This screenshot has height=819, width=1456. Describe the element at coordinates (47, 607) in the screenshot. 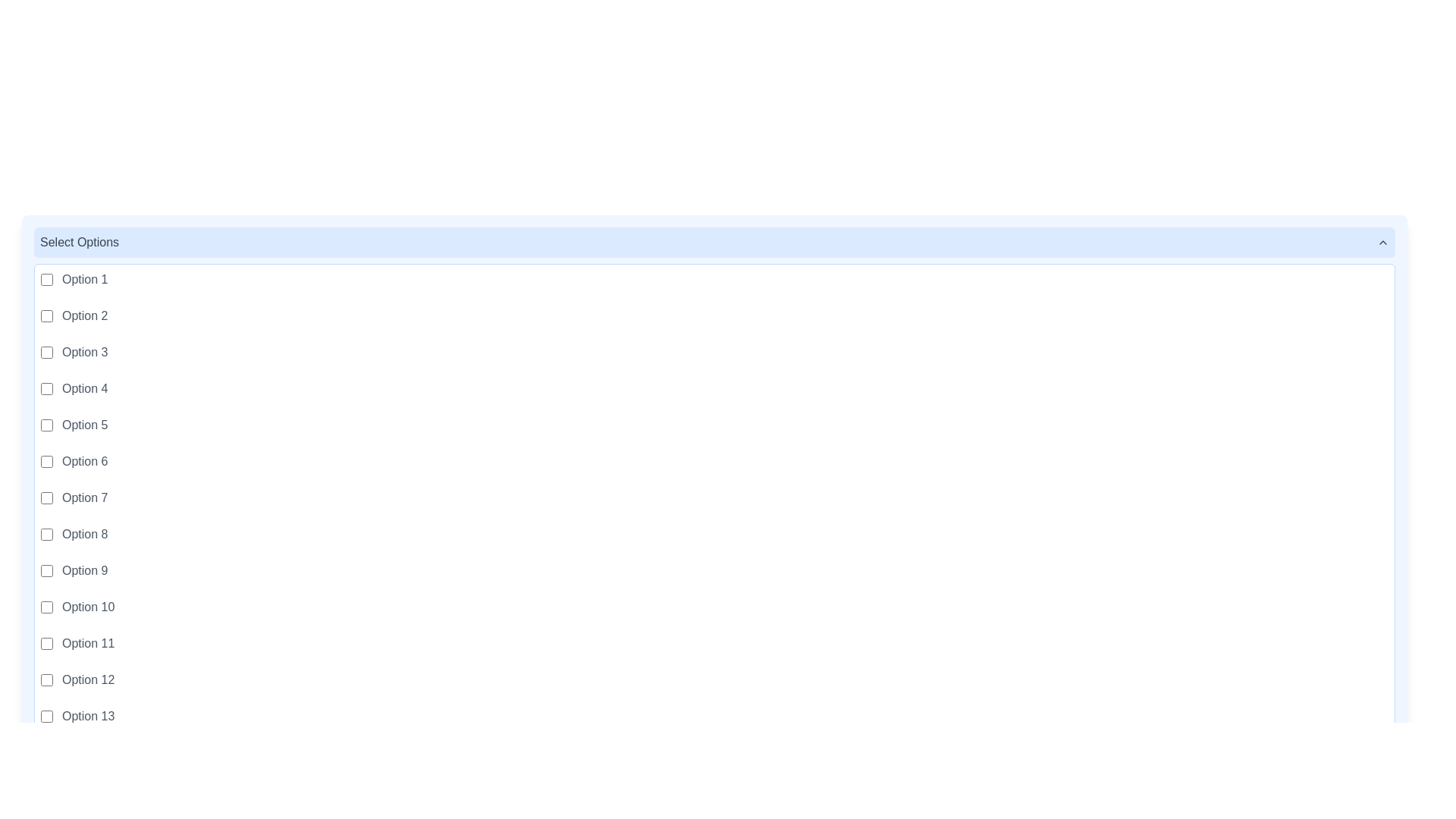

I see `the checkbox corresponding to 'Option 10'` at that location.